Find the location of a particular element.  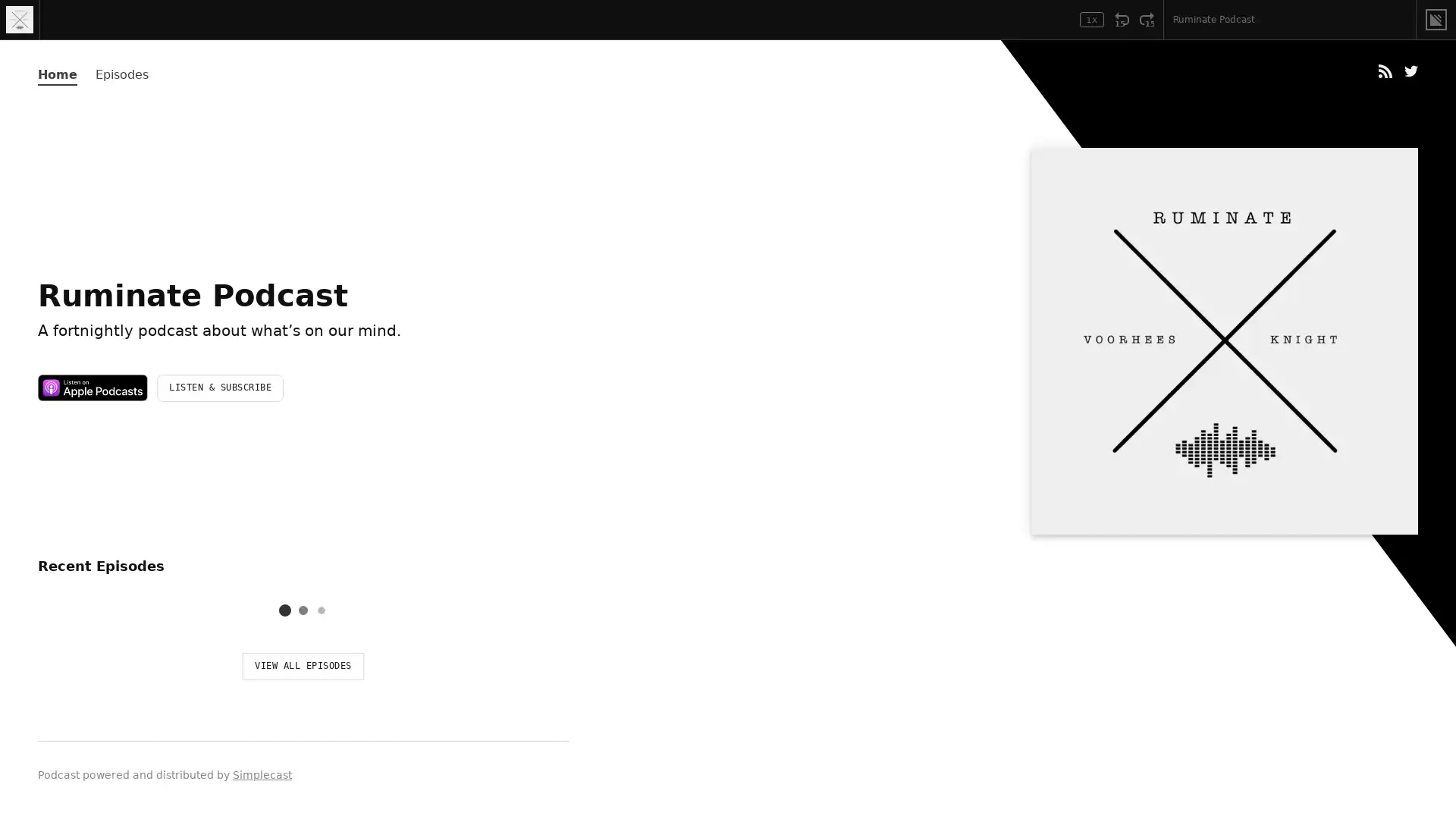

Play is located at coordinates (55, 724).